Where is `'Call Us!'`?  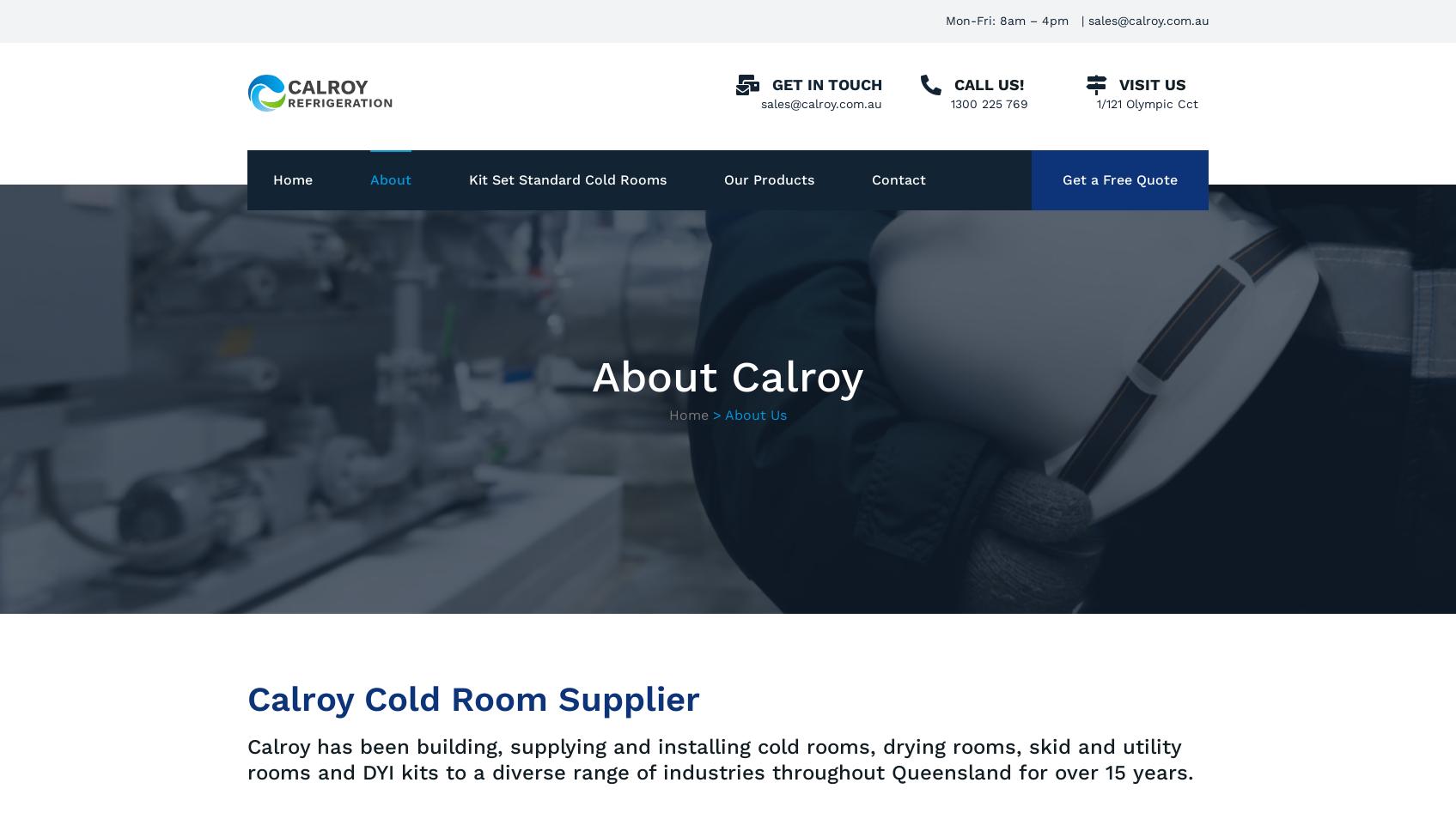
'Call Us!' is located at coordinates (988, 82).